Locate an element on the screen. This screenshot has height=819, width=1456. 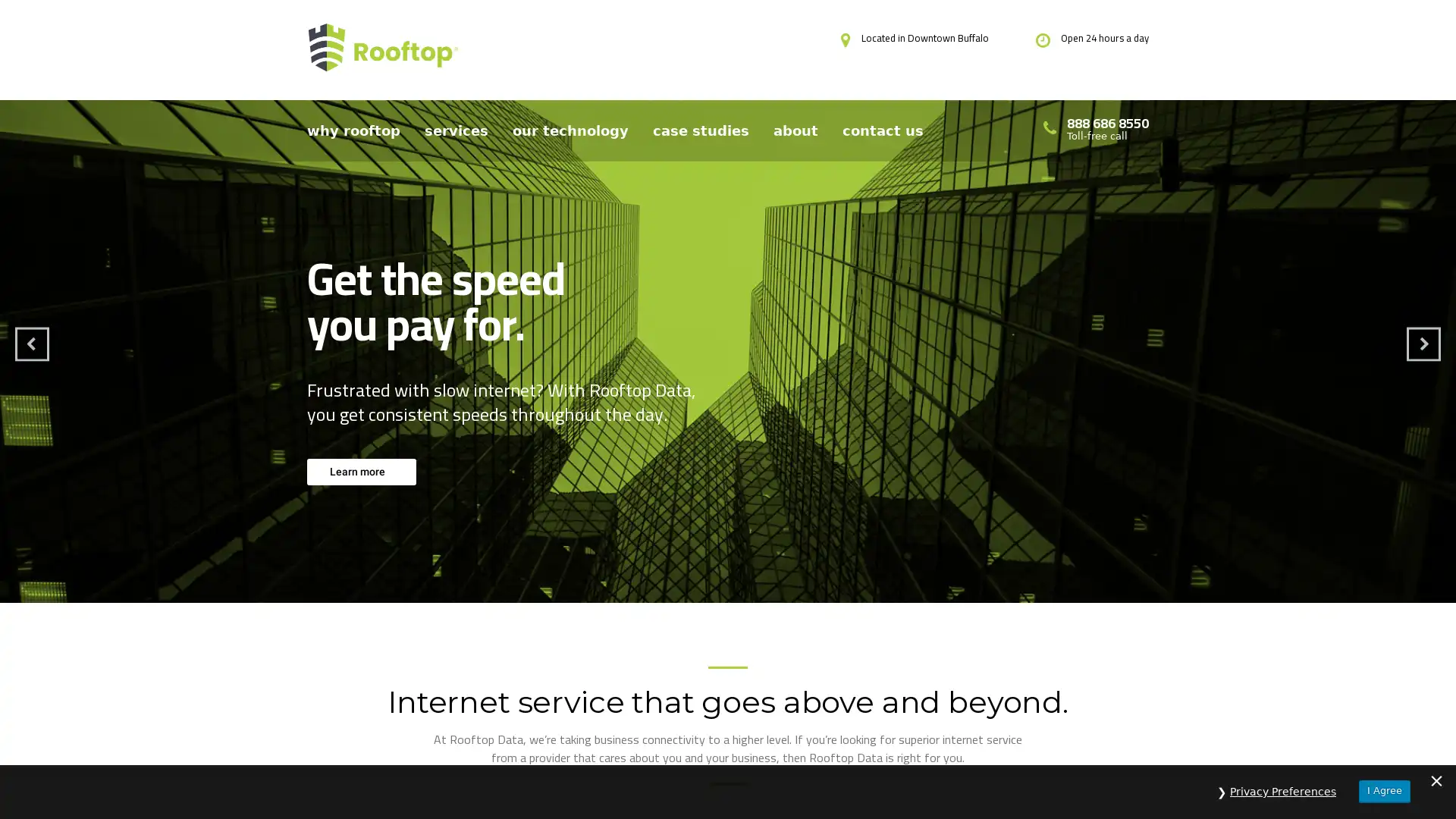
Privacy Preferences is located at coordinates (1282, 791).